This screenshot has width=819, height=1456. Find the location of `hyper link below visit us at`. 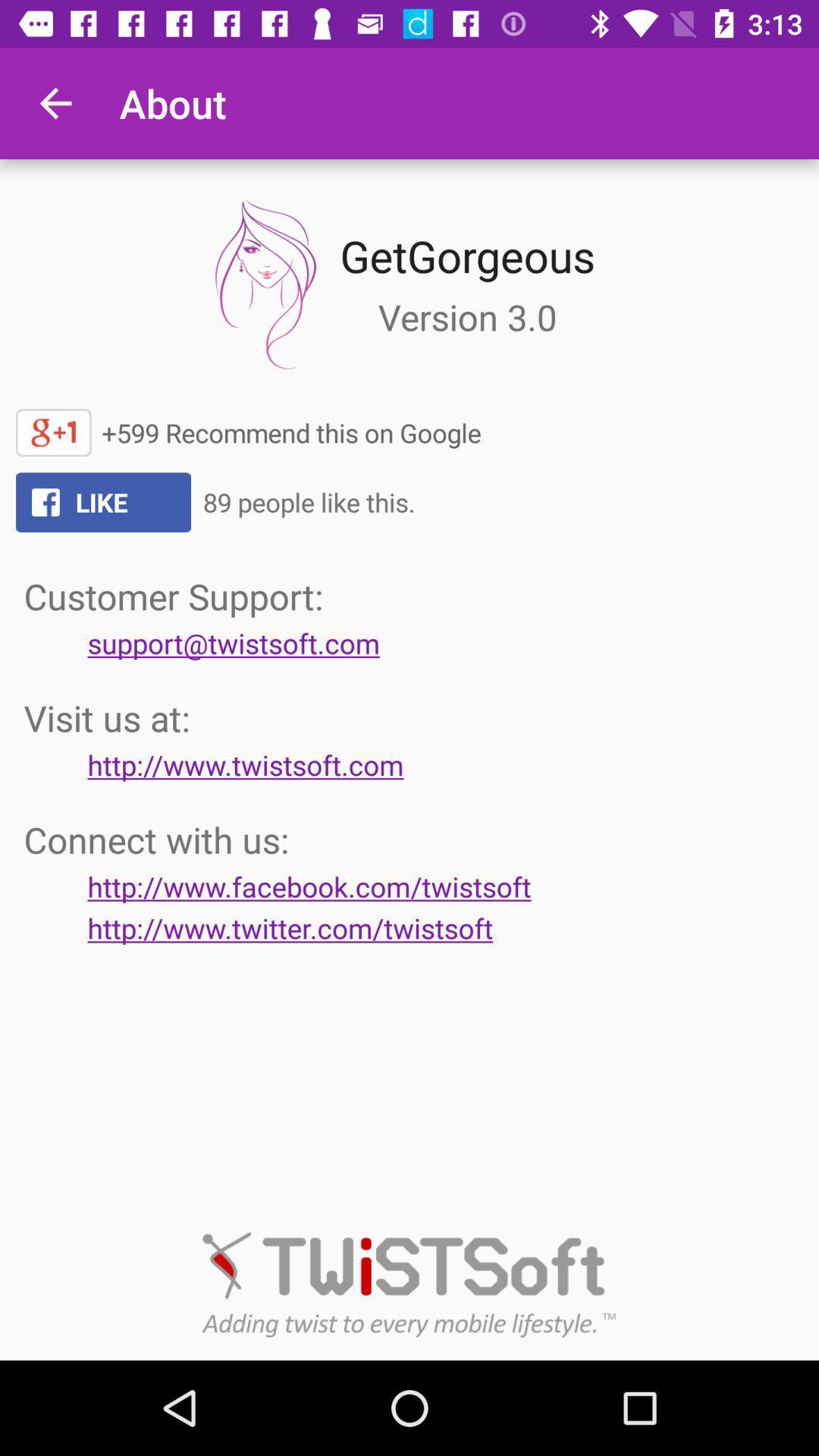

hyper link below visit us at is located at coordinates (245, 764).